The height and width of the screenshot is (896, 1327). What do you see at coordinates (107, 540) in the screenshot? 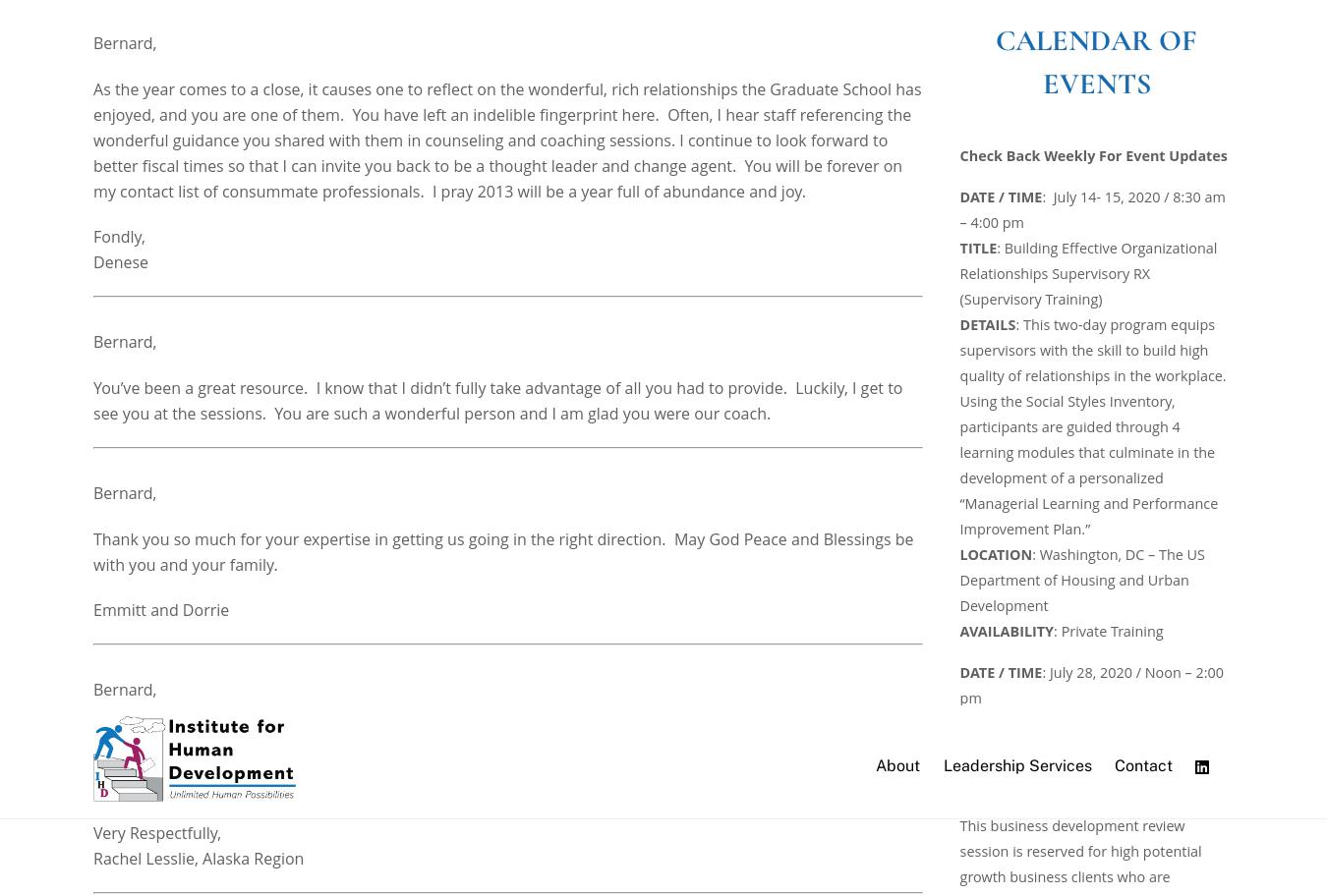
I see `'Joey'` at bounding box center [107, 540].